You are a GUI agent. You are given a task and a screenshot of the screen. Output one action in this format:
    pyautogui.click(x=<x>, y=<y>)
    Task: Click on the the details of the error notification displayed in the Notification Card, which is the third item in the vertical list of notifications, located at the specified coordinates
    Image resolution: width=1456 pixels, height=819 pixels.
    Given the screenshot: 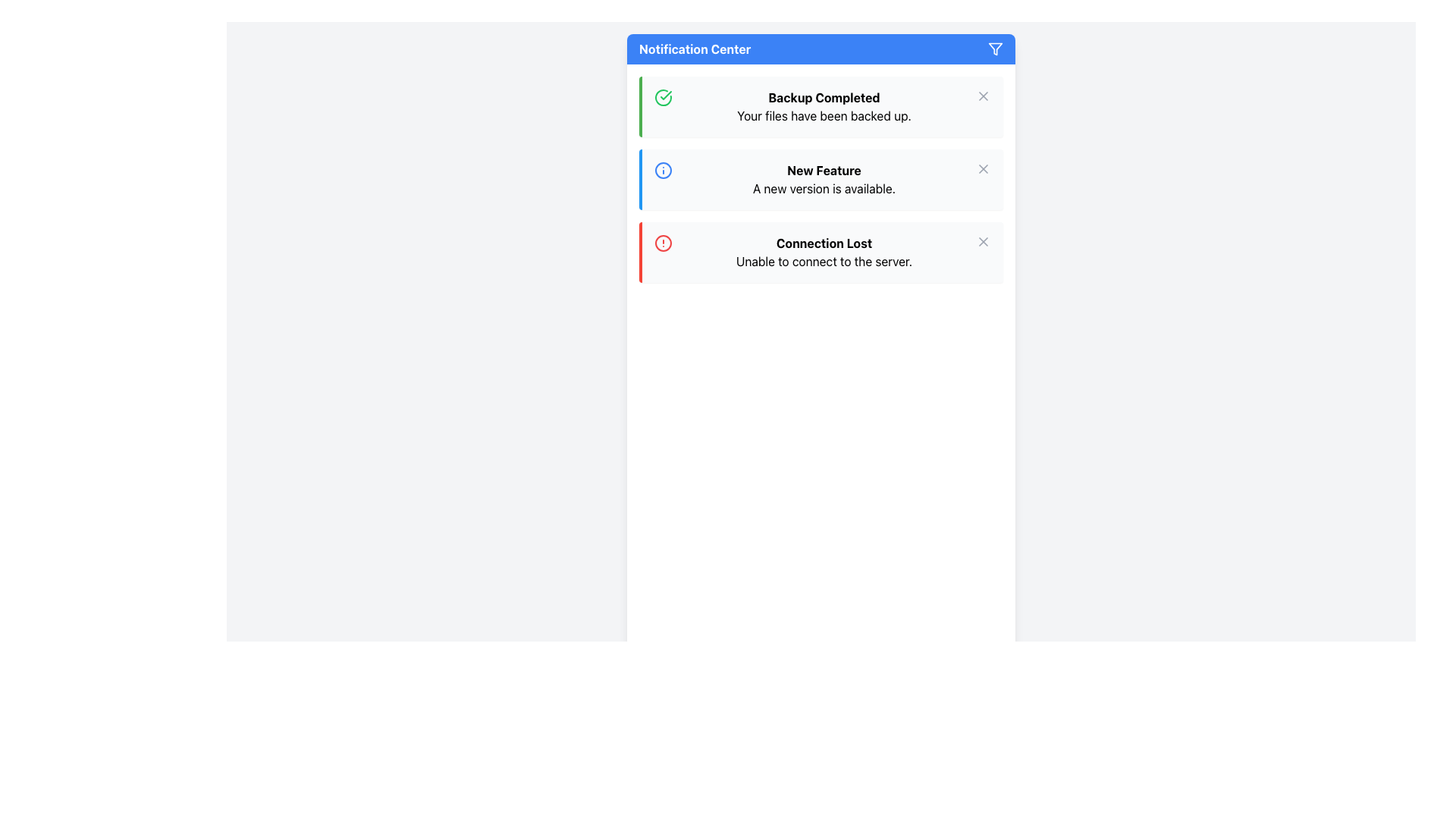 What is the action you would take?
    pyautogui.click(x=821, y=251)
    